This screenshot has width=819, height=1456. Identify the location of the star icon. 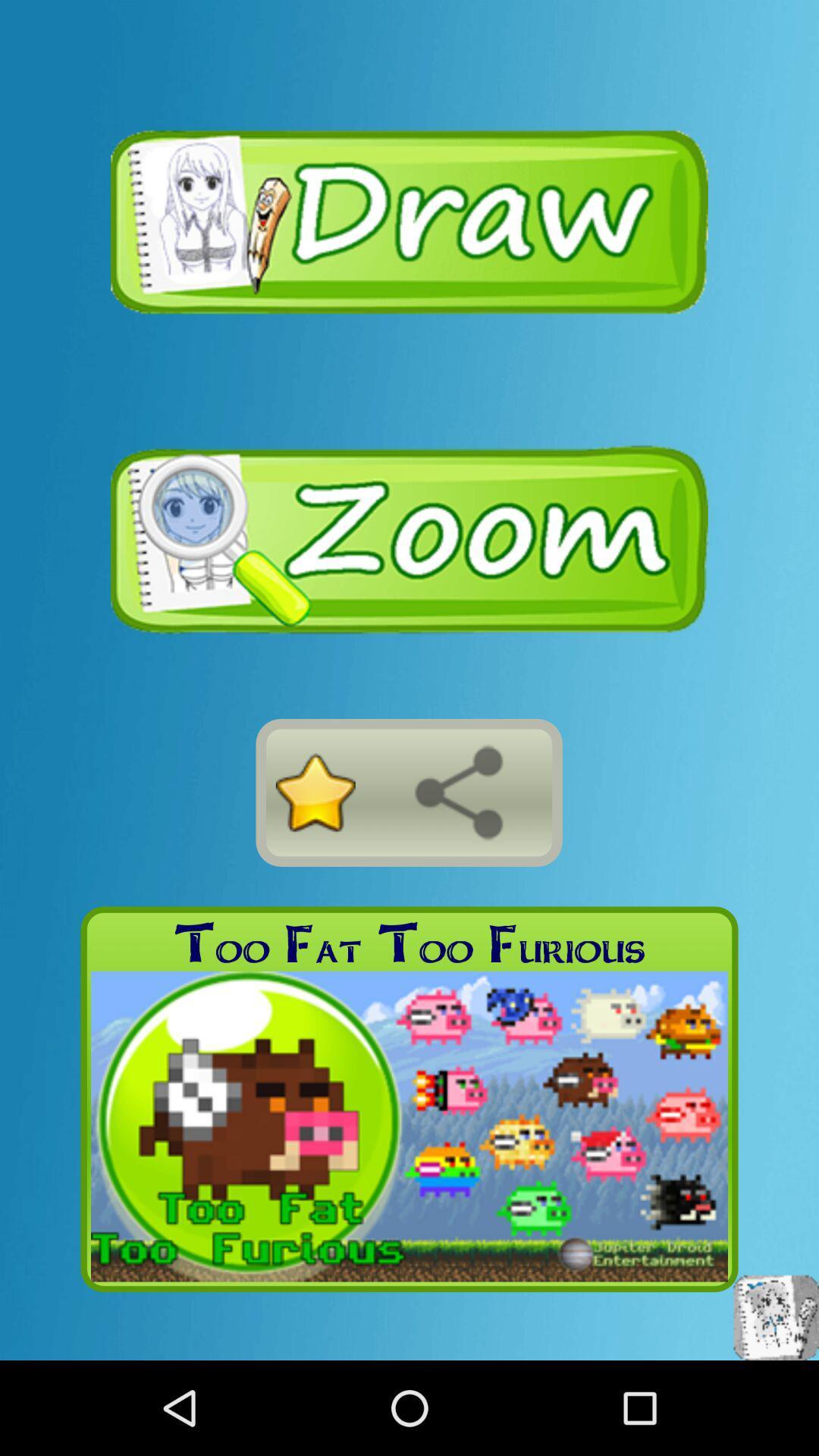
(315, 847).